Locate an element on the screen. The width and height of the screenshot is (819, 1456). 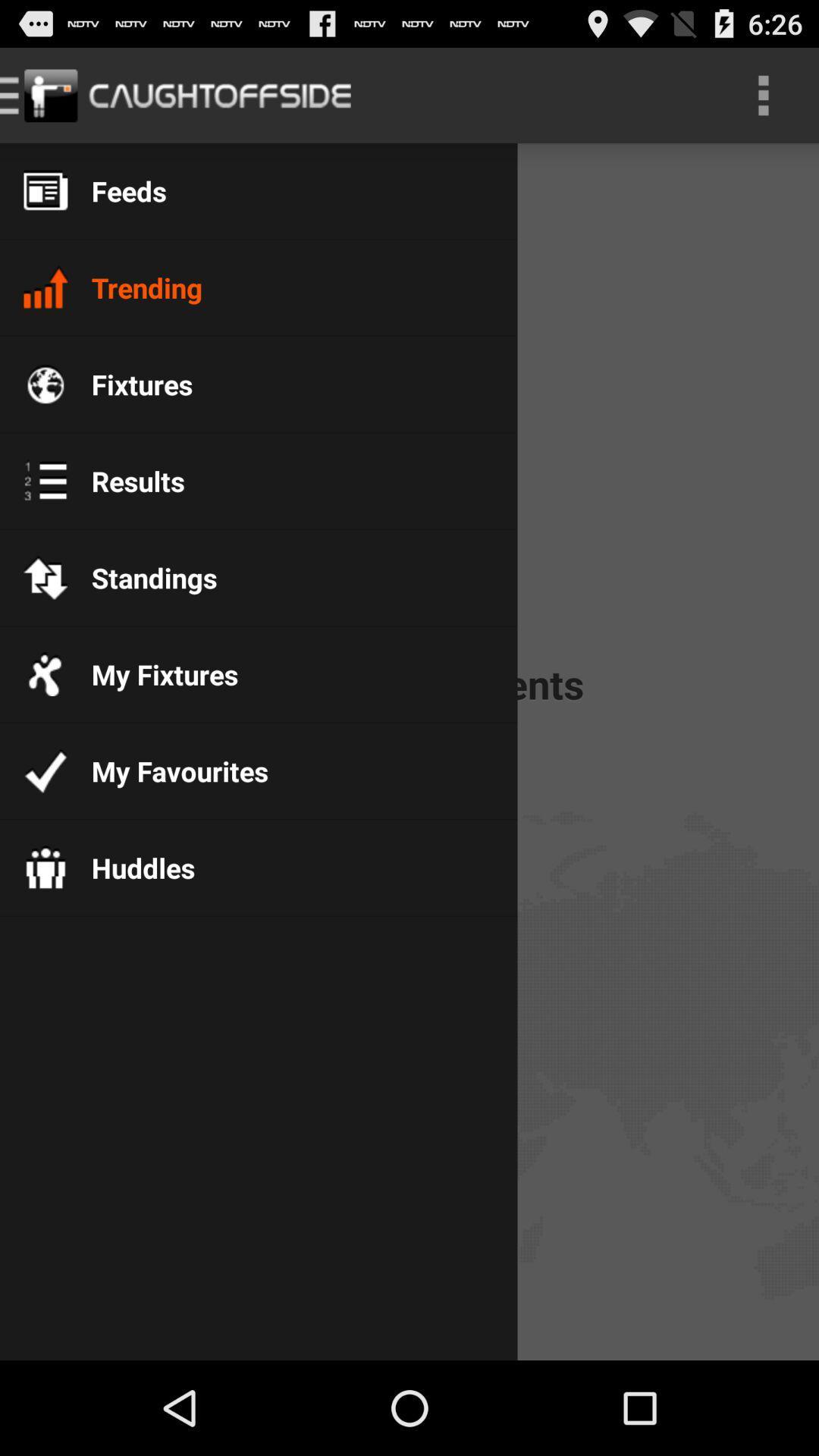
the icon beside the text standings is located at coordinates (45, 577).